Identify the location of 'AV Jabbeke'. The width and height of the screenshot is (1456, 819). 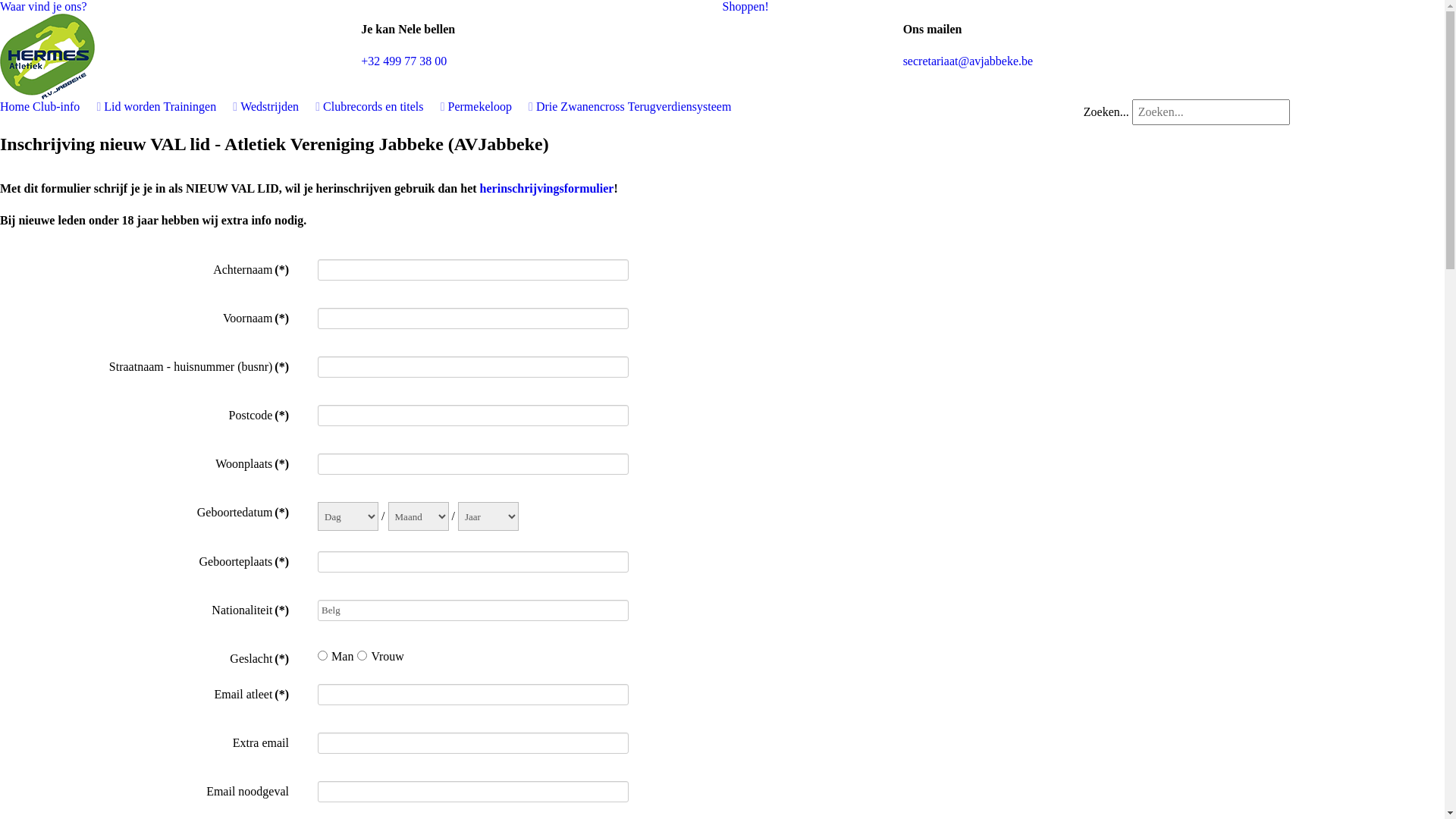
(47, 54).